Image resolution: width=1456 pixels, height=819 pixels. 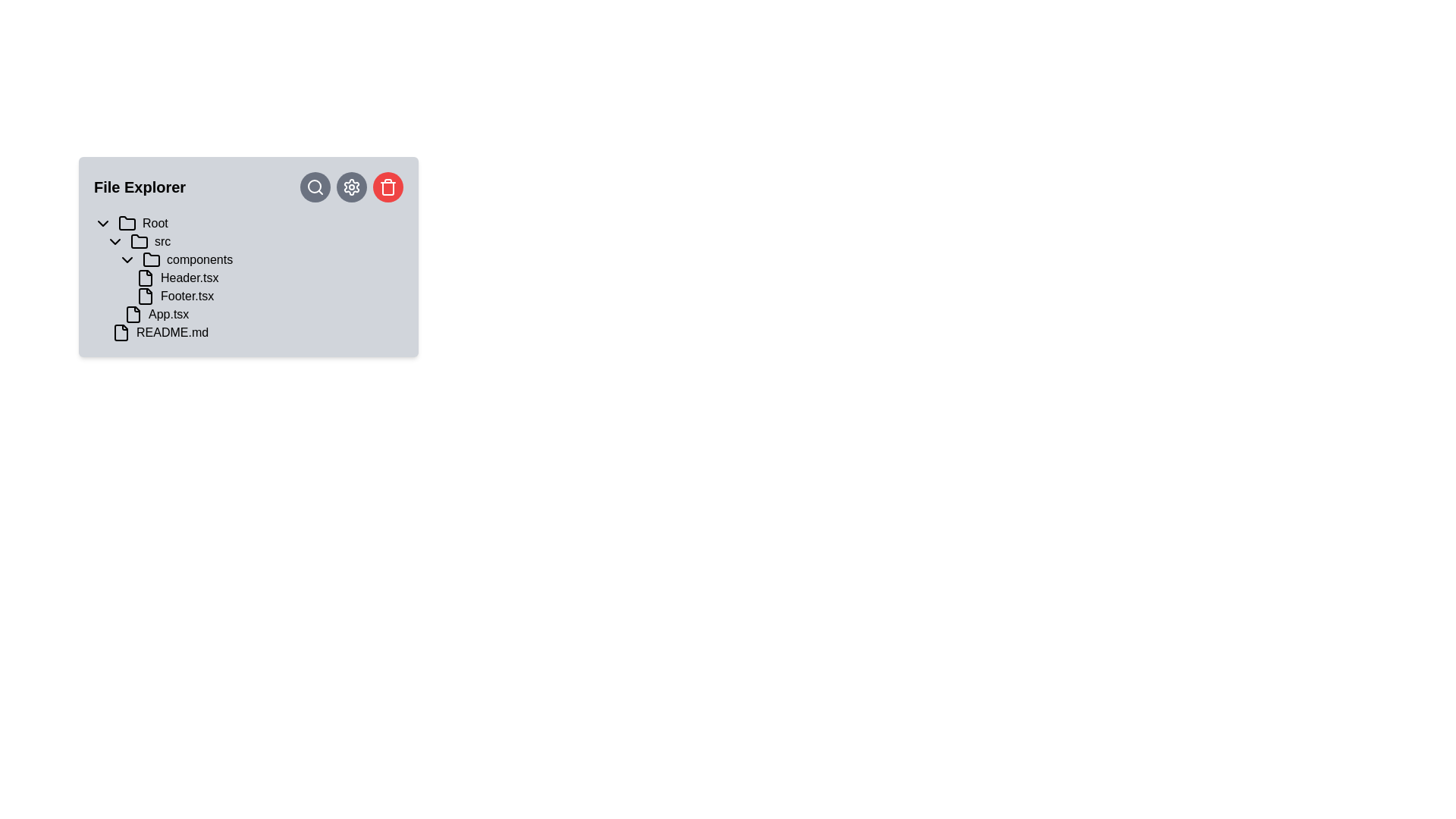 What do you see at coordinates (120, 332) in the screenshot?
I see `the document icon with a folded corner that is positioned next to the text 'README.md' in the file explorer interface` at bounding box center [120, 332].